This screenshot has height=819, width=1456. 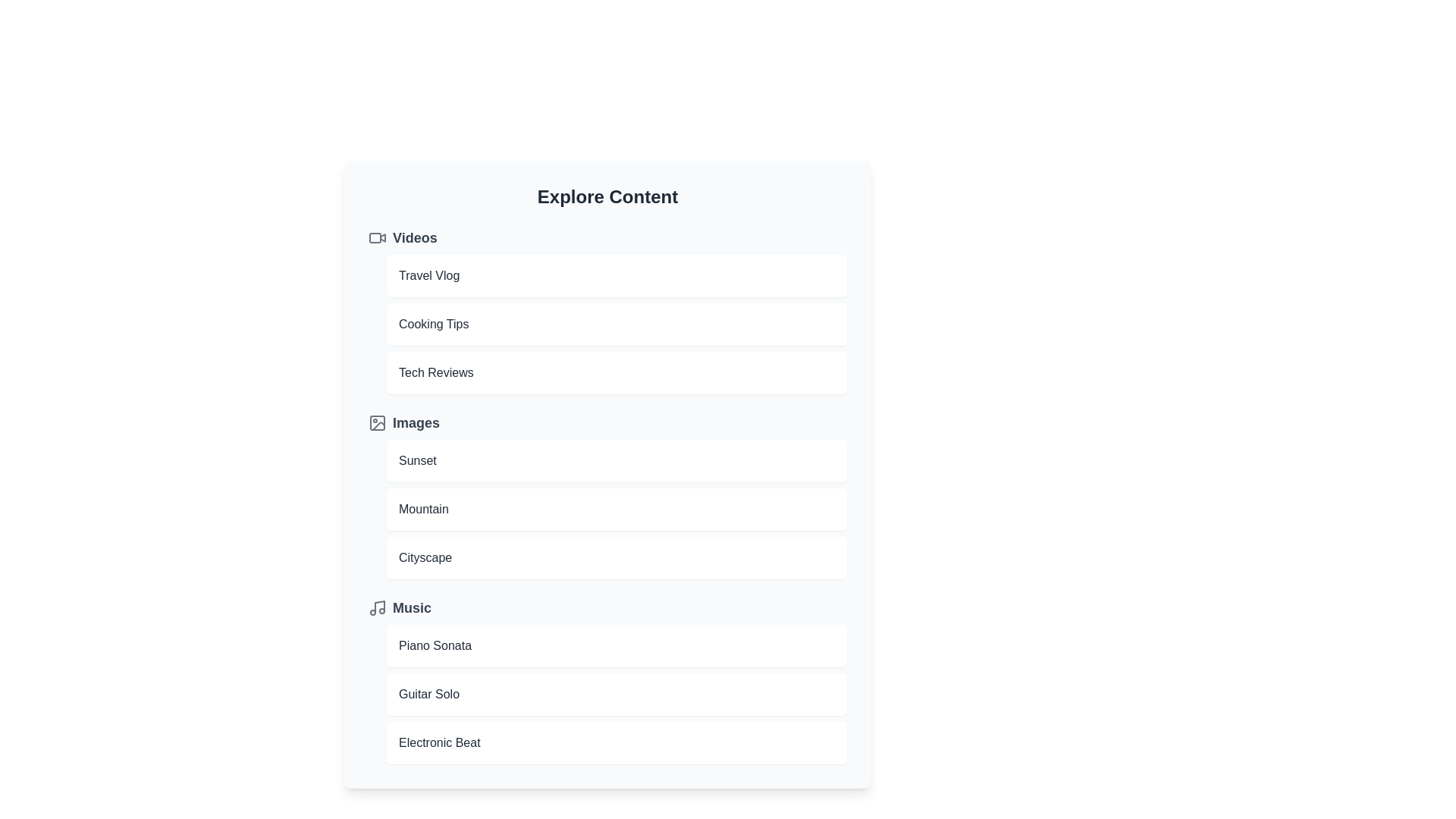 What do you see at coordinates (617, 694) in the screenshot?
I see `the item Guitar Solo to open it` at bounding box center [617, 694].